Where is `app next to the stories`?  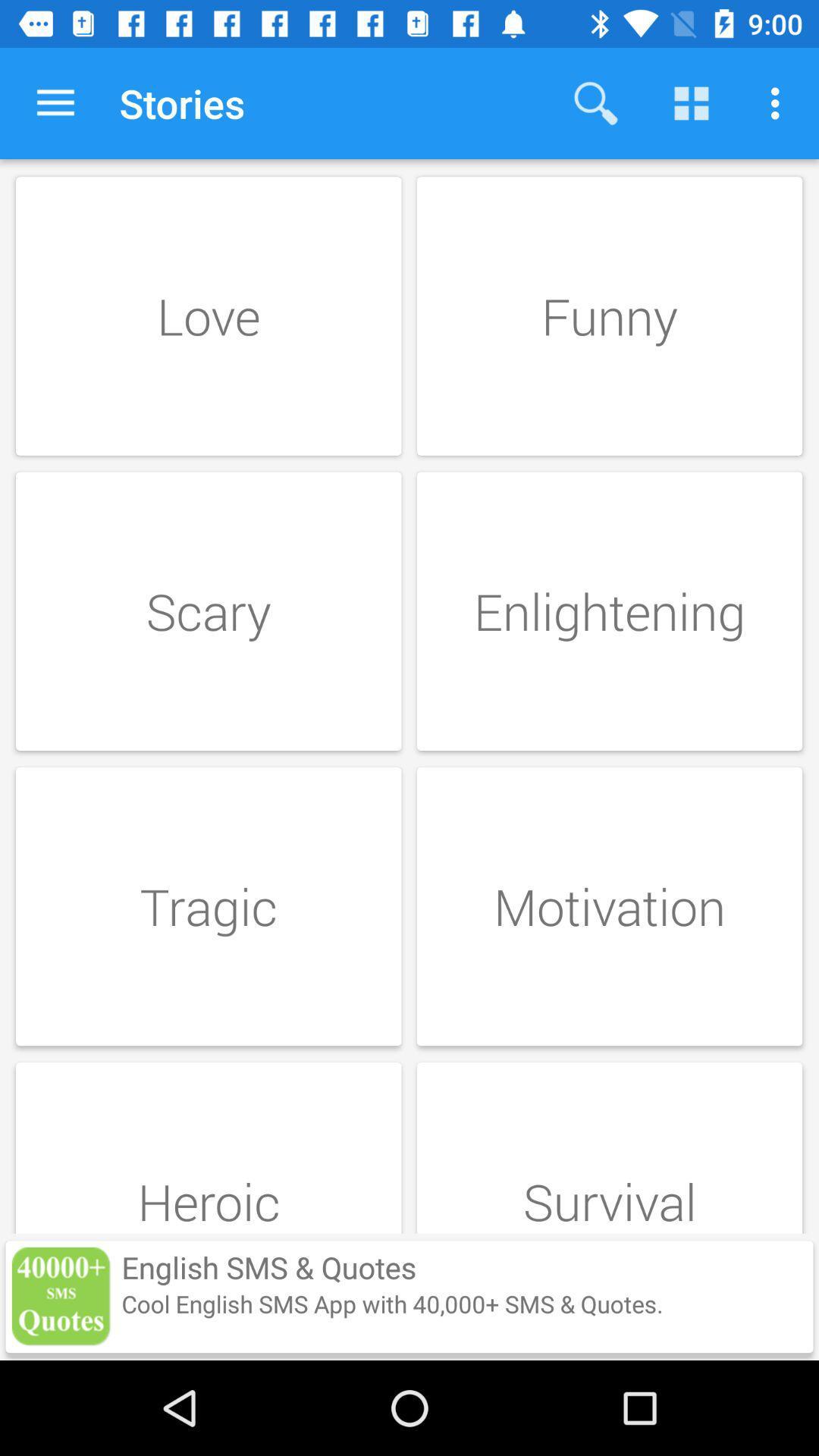
app next to the stories is located at coordinates (595, 102).